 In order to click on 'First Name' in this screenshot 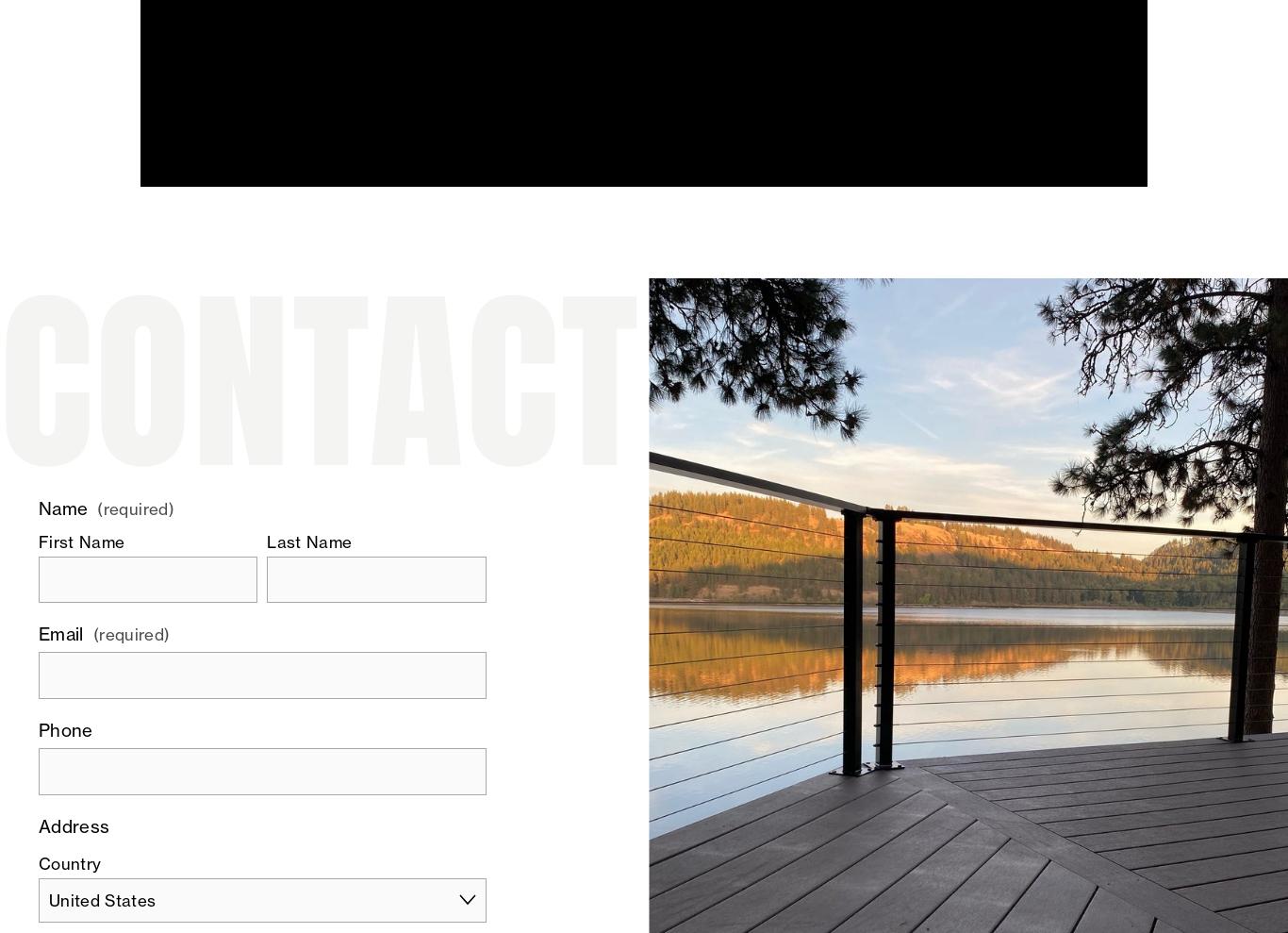, I will do `click(81, 541)`.